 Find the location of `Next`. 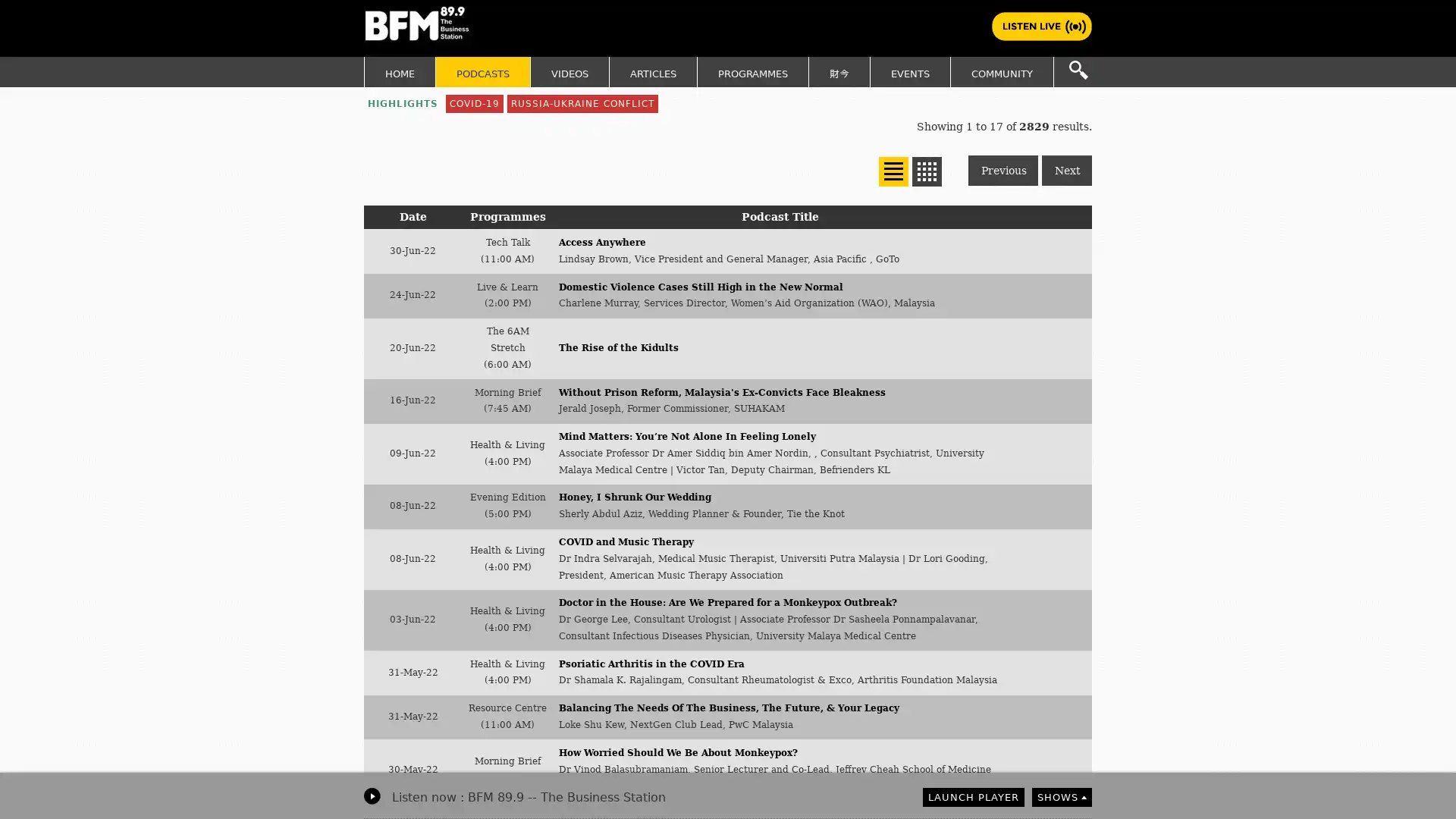

Next is located at coordinates (1065, 170).